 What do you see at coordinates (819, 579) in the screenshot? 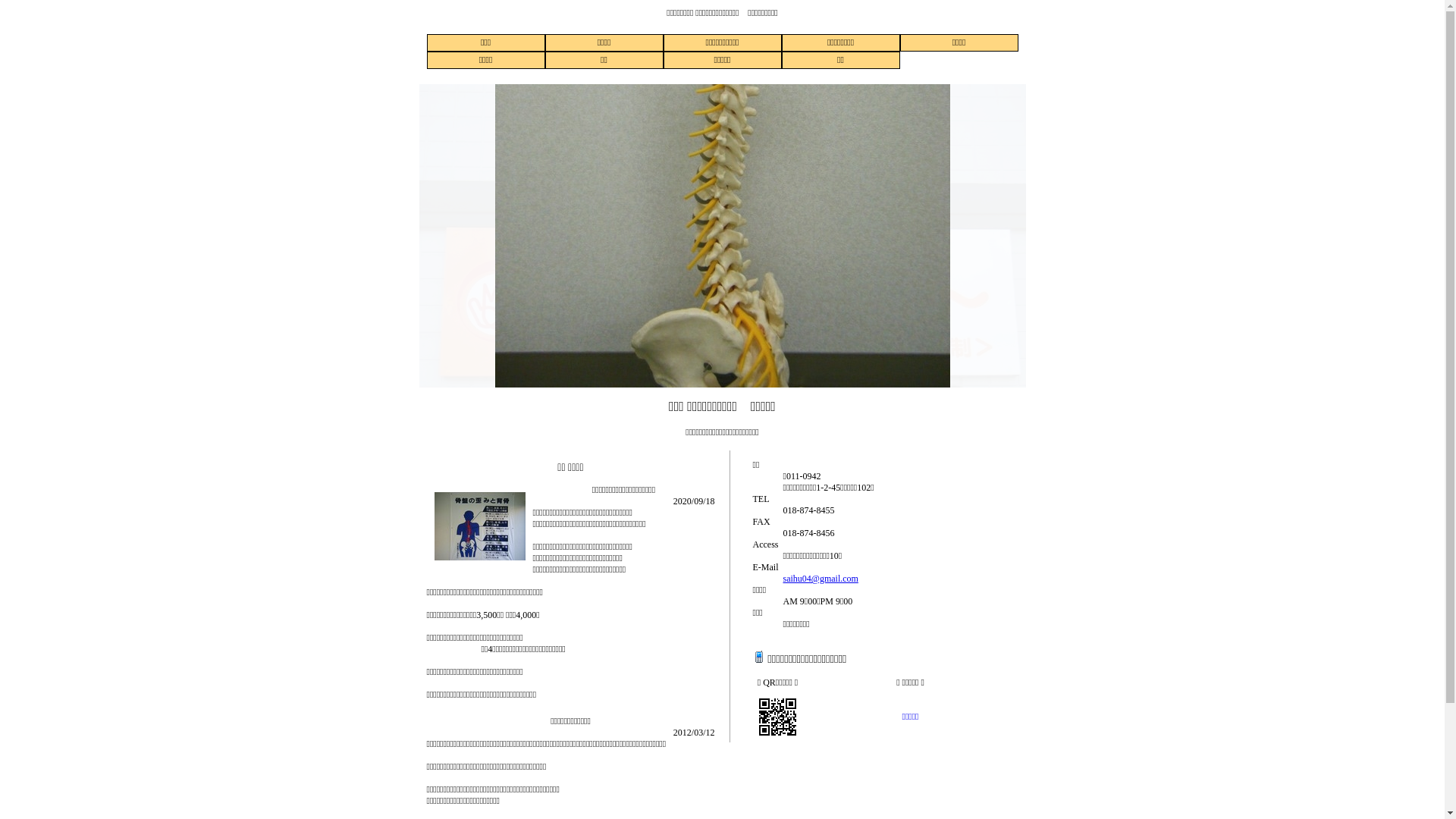
I see `'saihu04@gmail.com'` at bounding box center [819, 579].